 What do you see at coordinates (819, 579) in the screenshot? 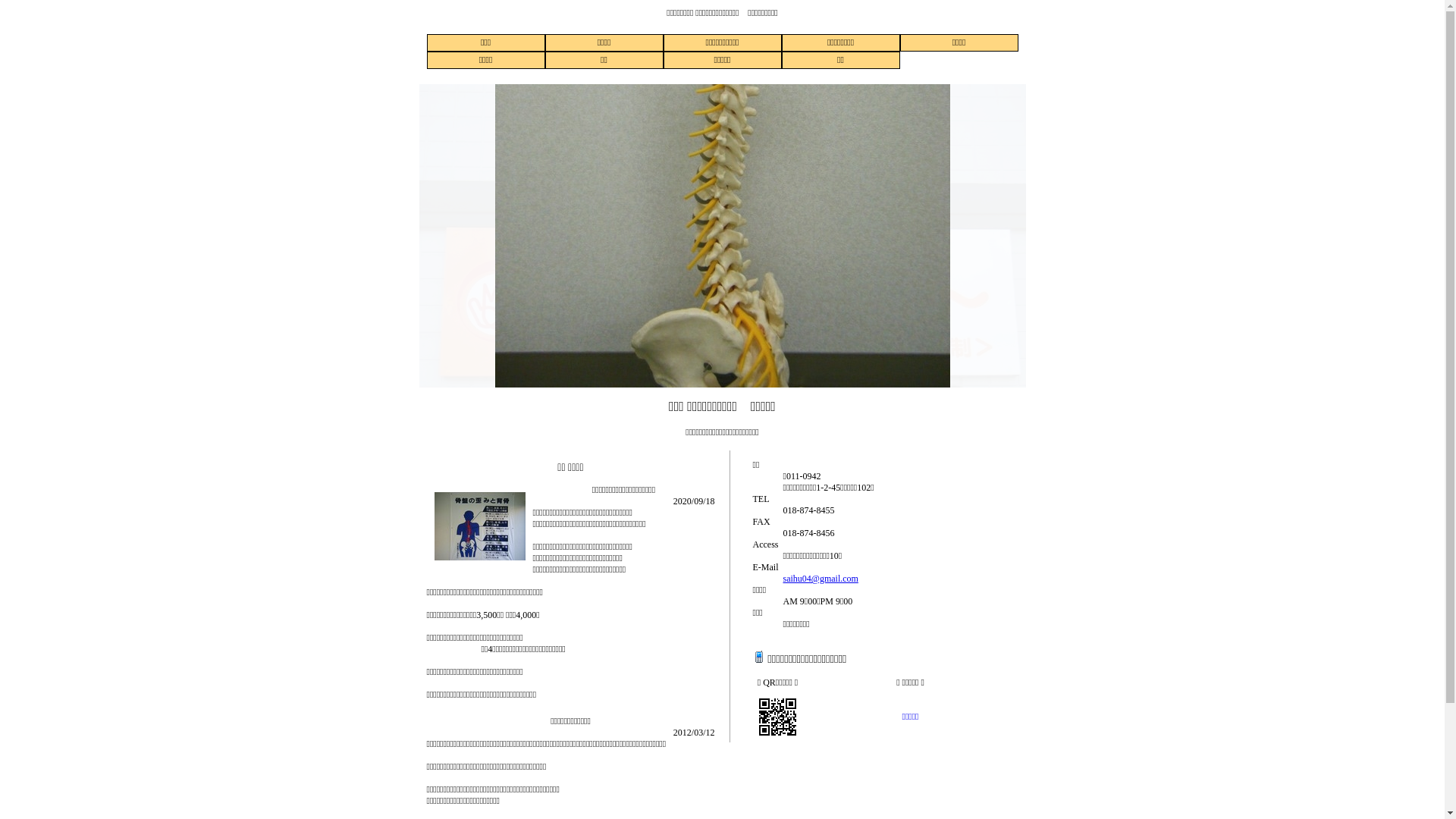
I see `'saihu04@gmail.com'` at bounding box center [819, 579].